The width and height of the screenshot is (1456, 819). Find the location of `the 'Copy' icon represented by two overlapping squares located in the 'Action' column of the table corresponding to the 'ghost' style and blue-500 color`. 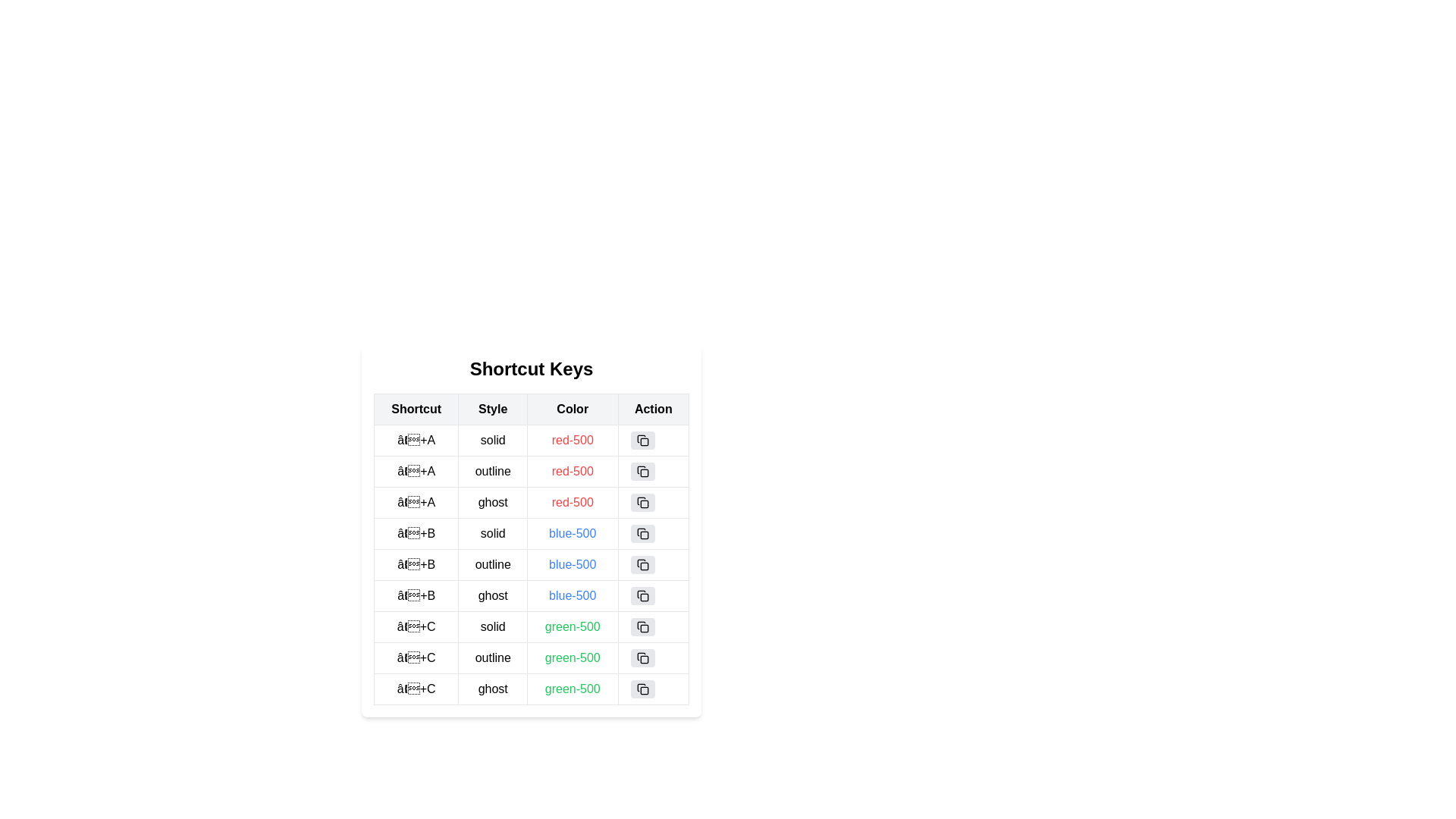

the 'Copy' icon represented by two overlapping squares located in the 'Action' column of the table corresponding to the 'ghost' style and blue-500 color is located at coordinates (642, 595).